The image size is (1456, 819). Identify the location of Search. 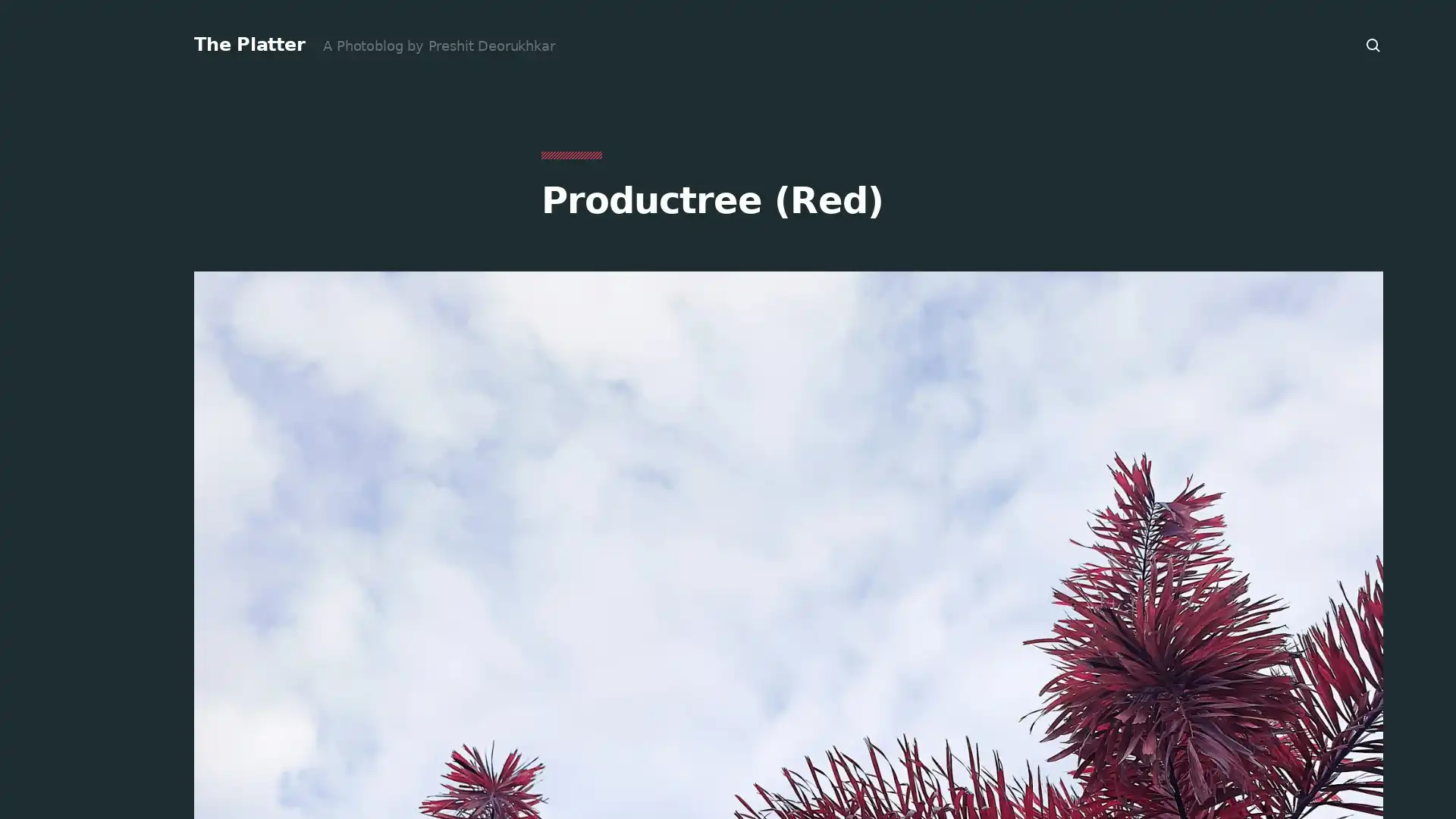
(1373, 45).